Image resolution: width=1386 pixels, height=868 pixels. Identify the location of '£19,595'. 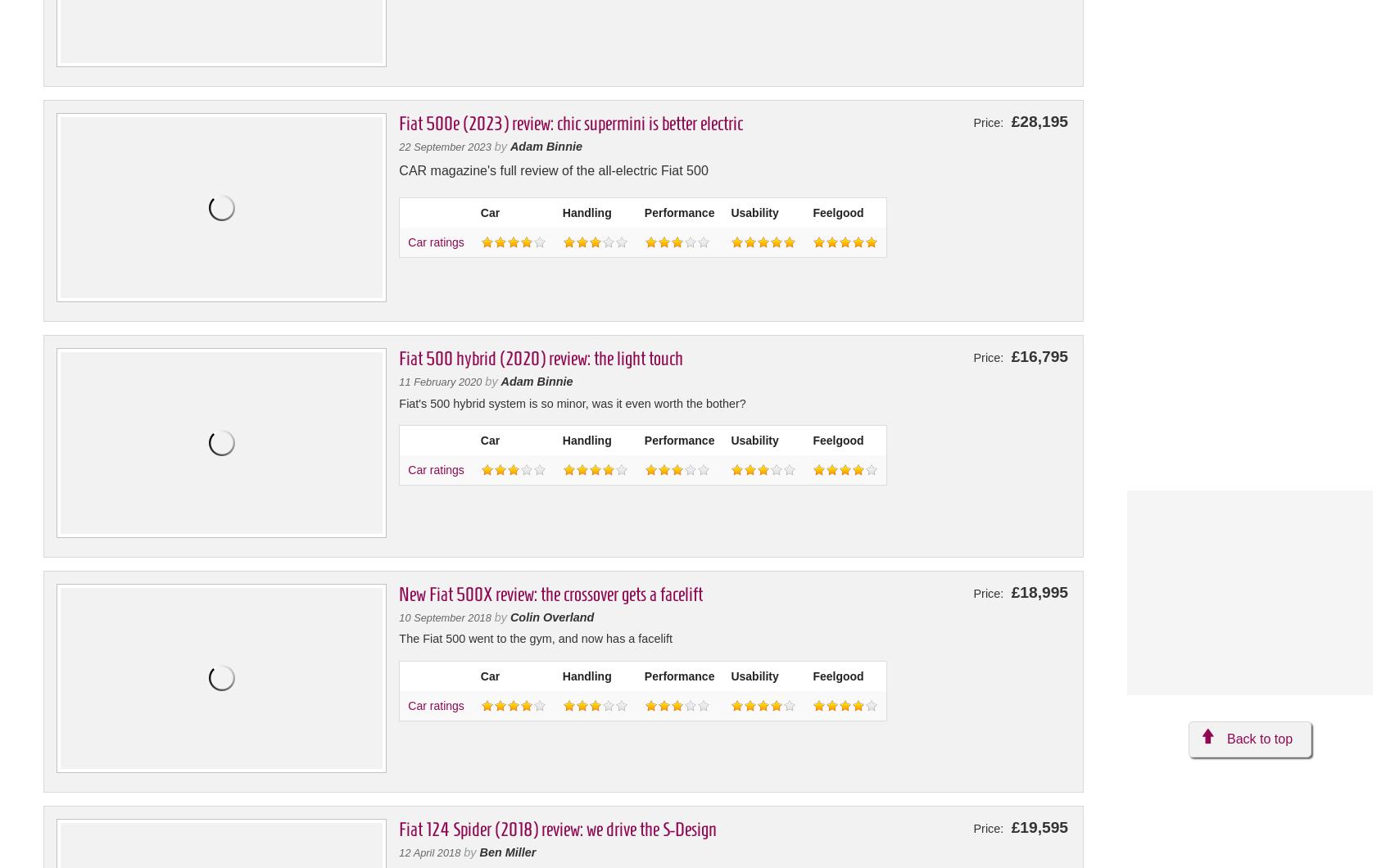
(1007, 825).